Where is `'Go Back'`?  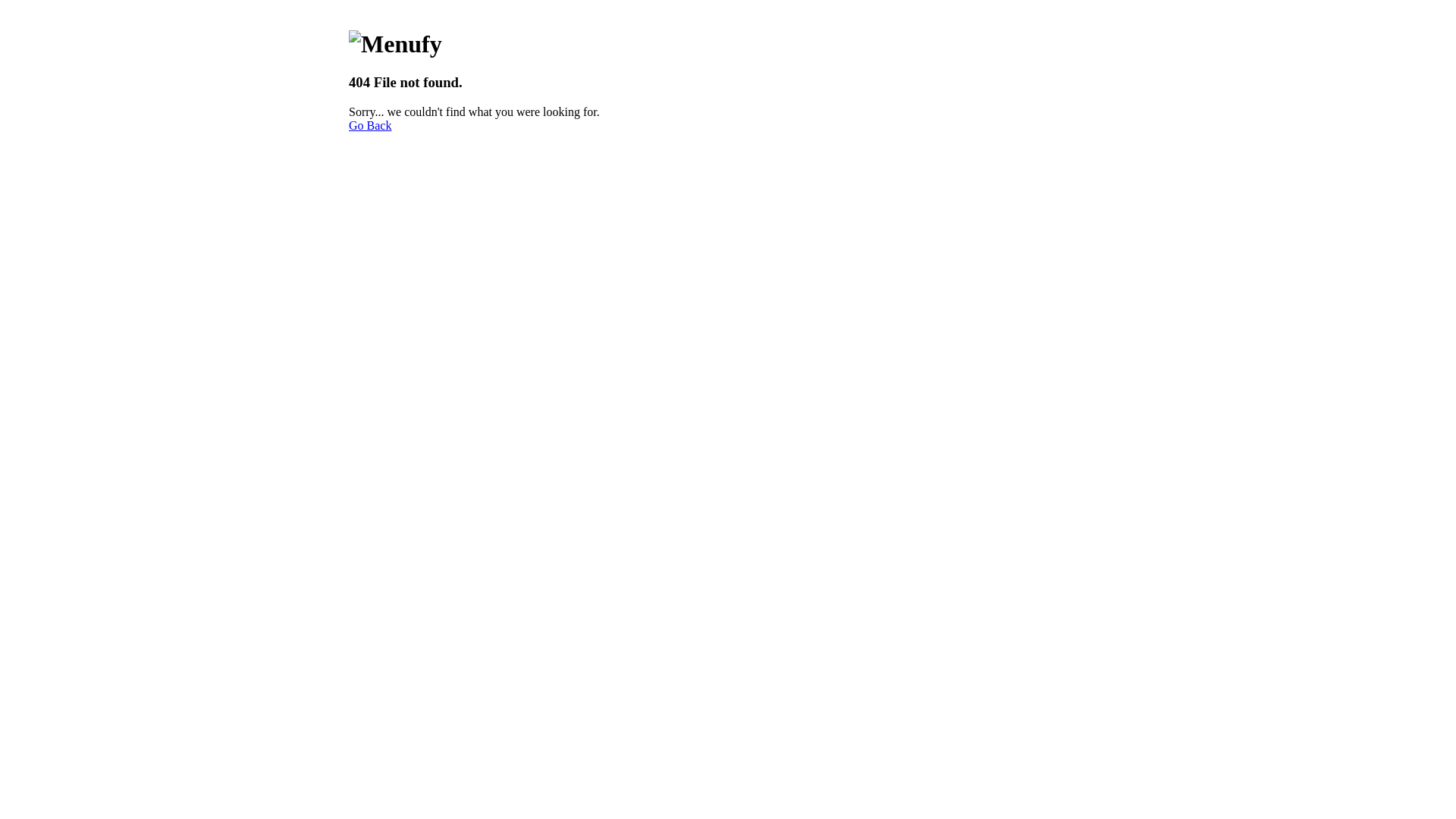 'Go Back' is located at coordinates (370, 124).